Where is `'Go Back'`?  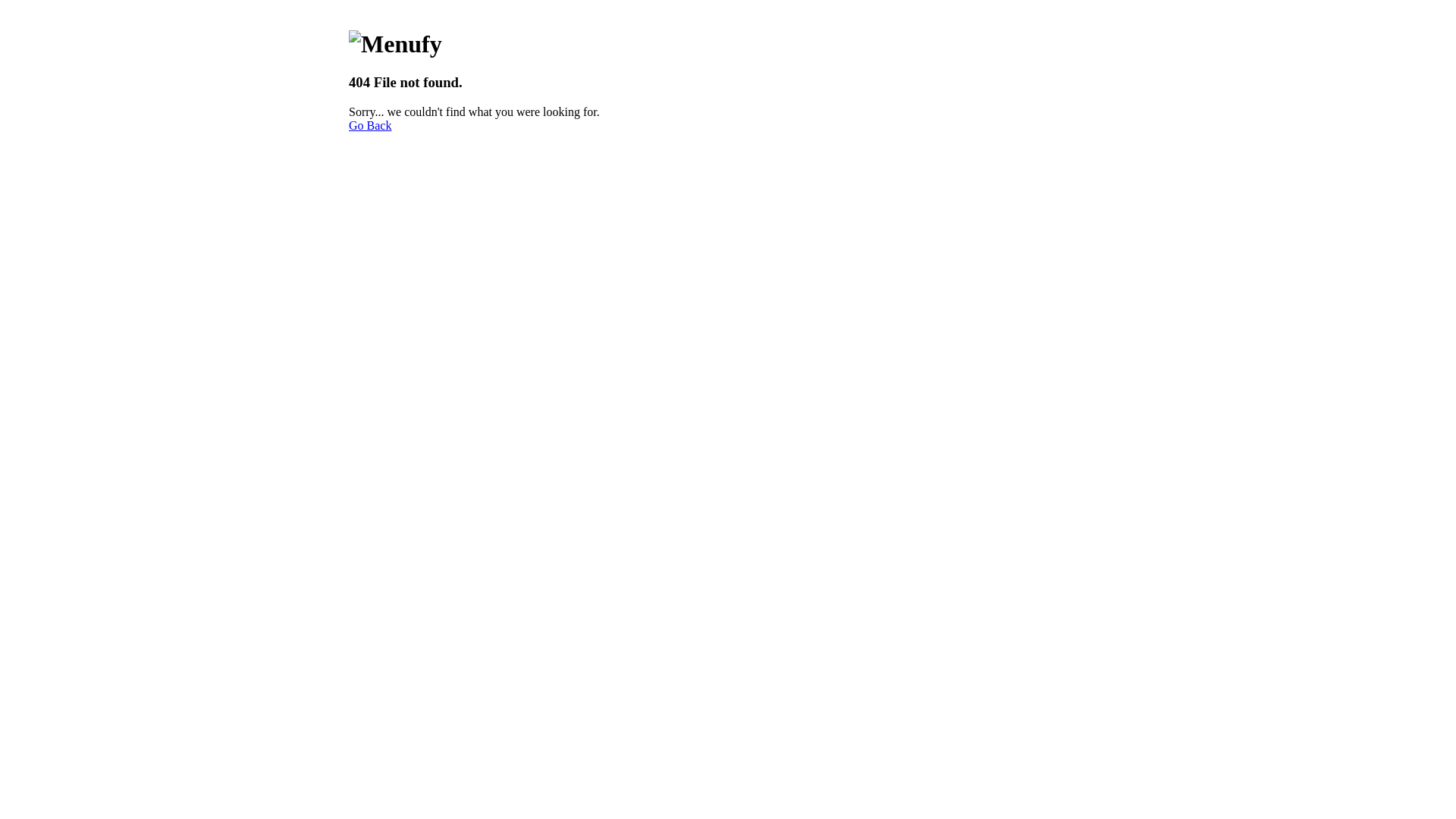 'Go Back' is located at coordinates (370, 124).